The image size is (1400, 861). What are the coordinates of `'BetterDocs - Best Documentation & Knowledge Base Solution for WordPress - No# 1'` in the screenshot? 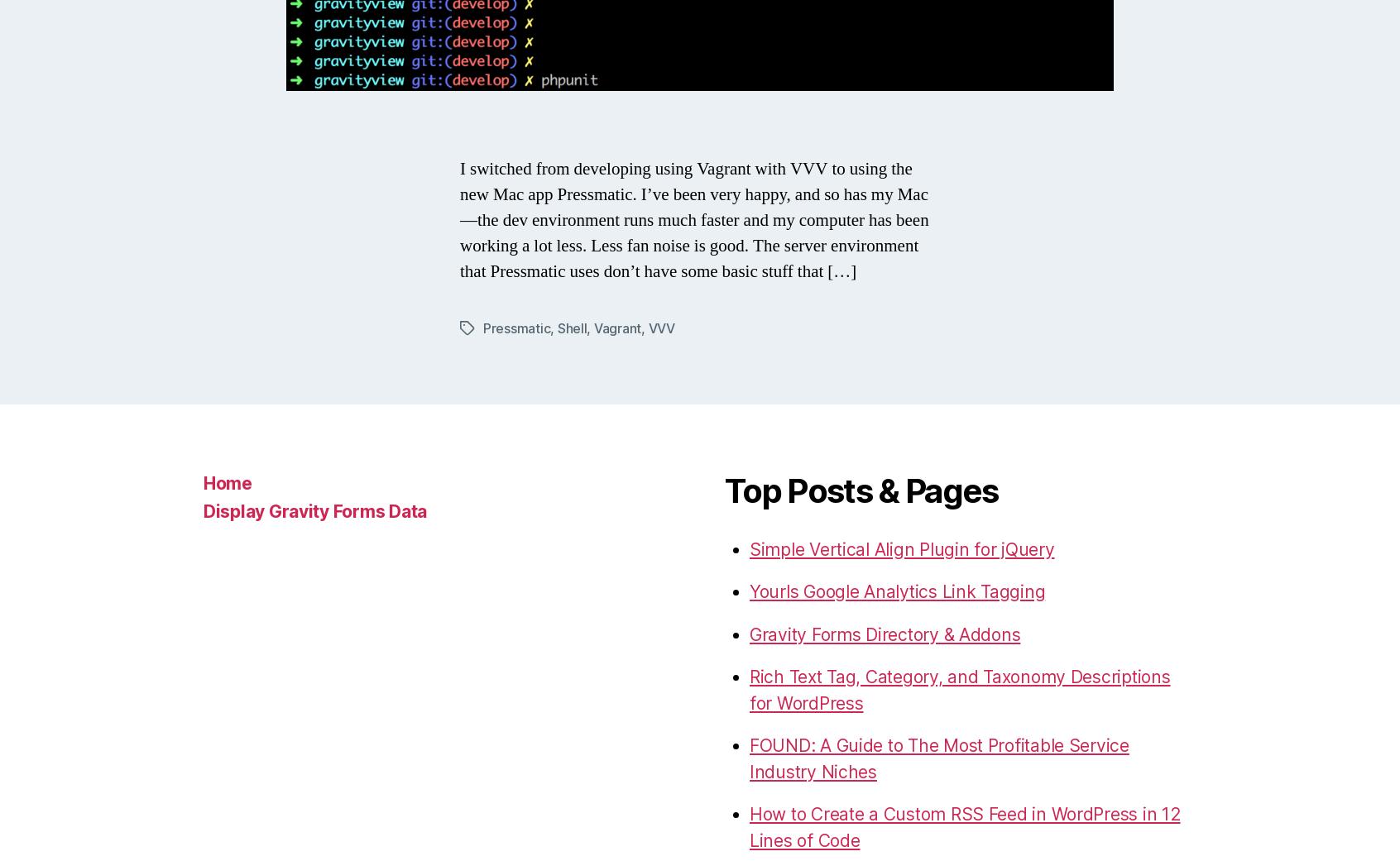 It's located at (942, 303).